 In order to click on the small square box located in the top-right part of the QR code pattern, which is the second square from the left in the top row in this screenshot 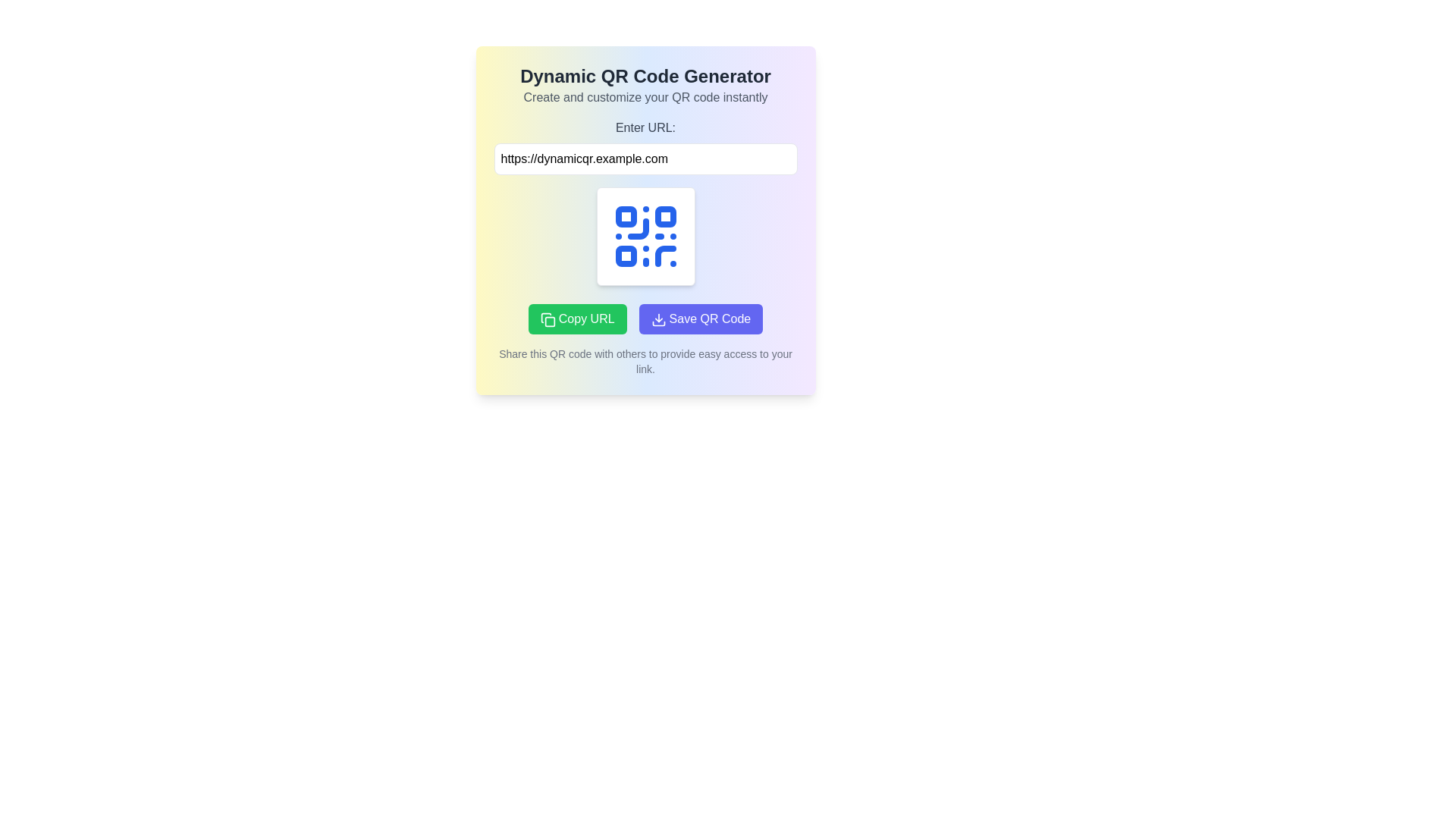, I will do `click(665, 216)`.